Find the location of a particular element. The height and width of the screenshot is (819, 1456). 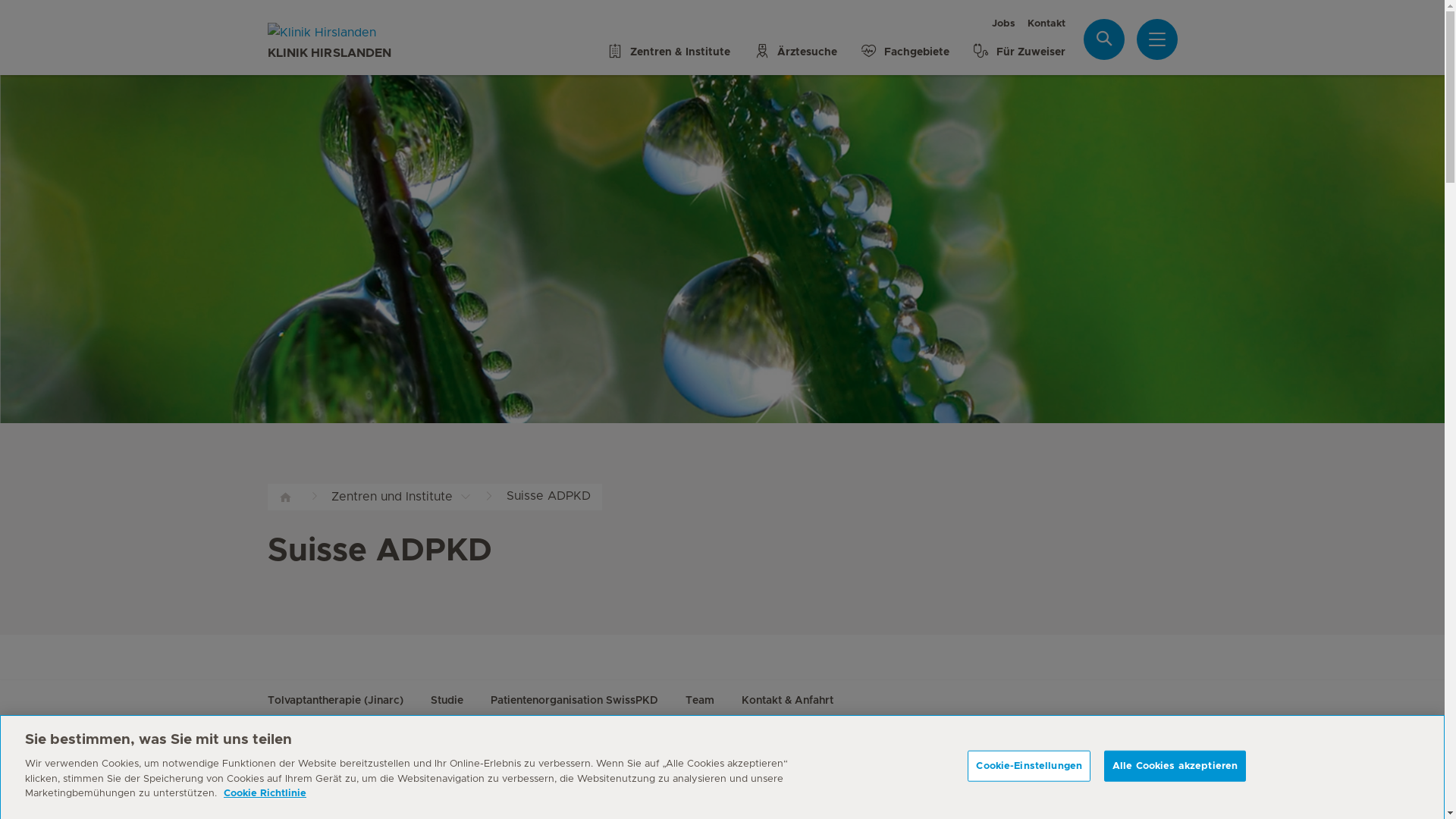

'Tolvaptantherapie (Jinarc)' is located at coordinates (334, 701).